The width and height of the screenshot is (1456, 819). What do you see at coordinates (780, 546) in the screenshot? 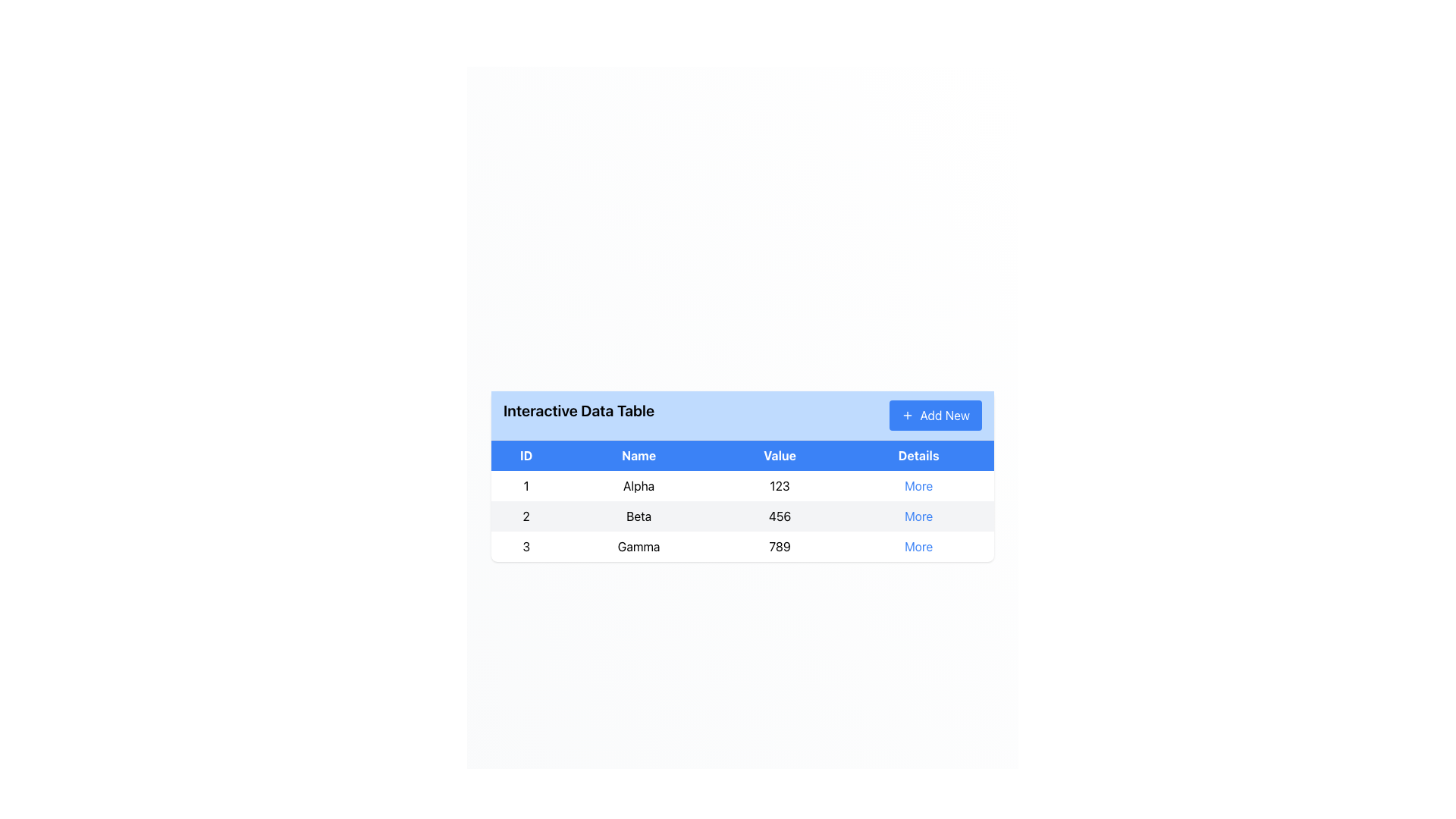
I see `the text label displaying numerical data for the 'Gamma' row in the table, located in the third row and third column under the 'Value' label` at bounding box center [780, 546].